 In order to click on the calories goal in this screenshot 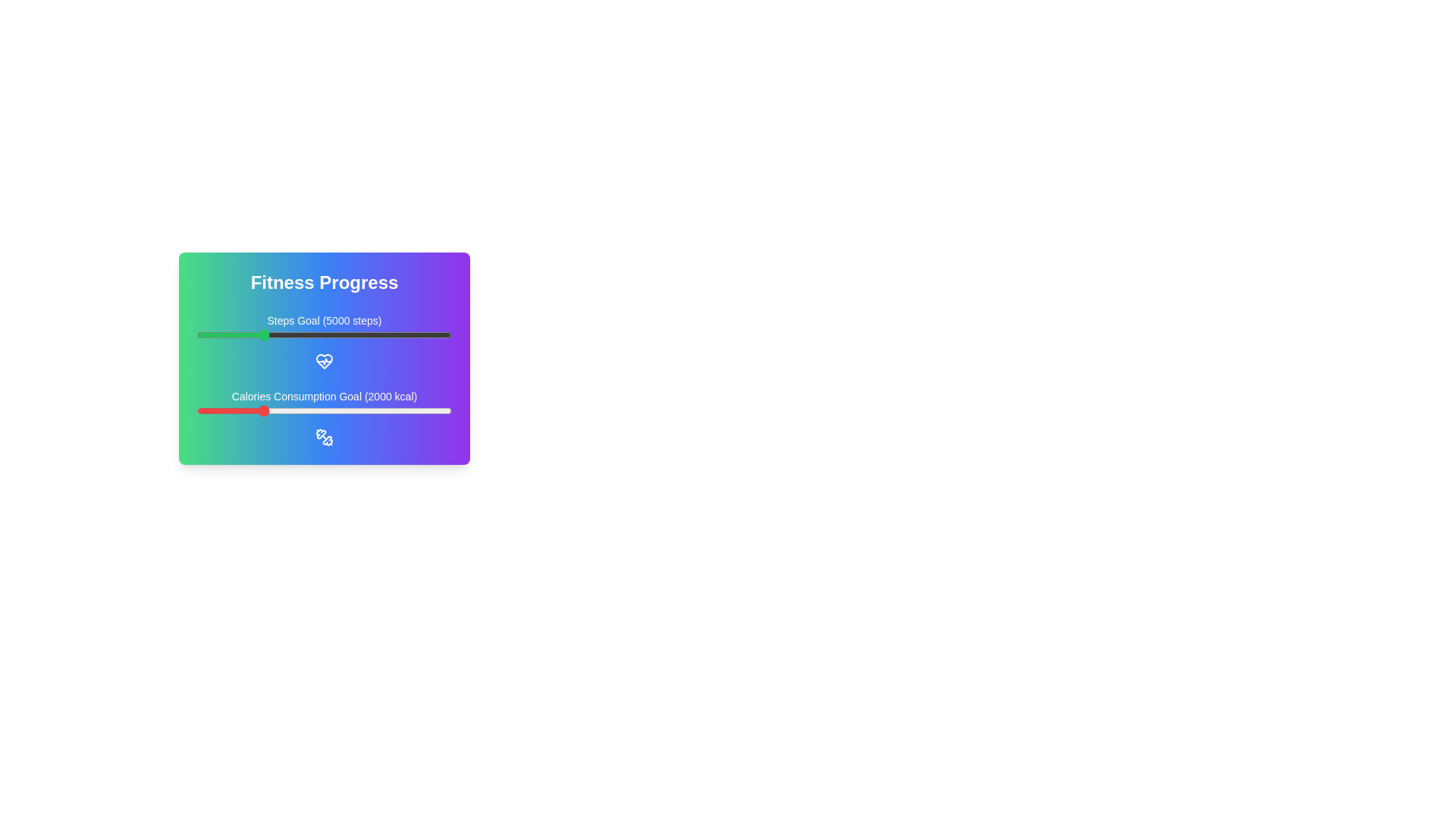, I will do `click(413, 411)`.